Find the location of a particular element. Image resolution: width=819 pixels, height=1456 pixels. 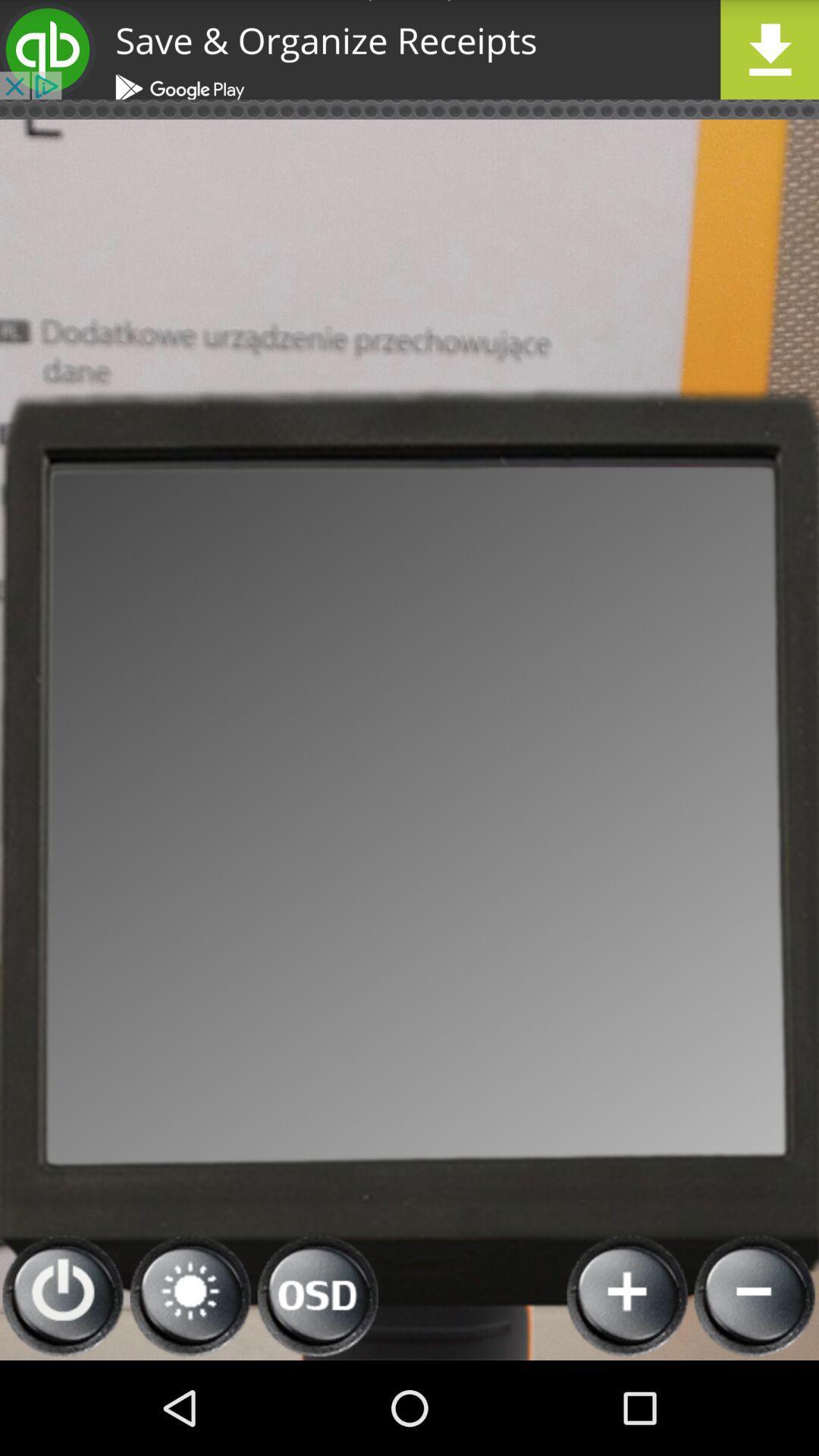

valum button is located at coordinates (190, 1295).